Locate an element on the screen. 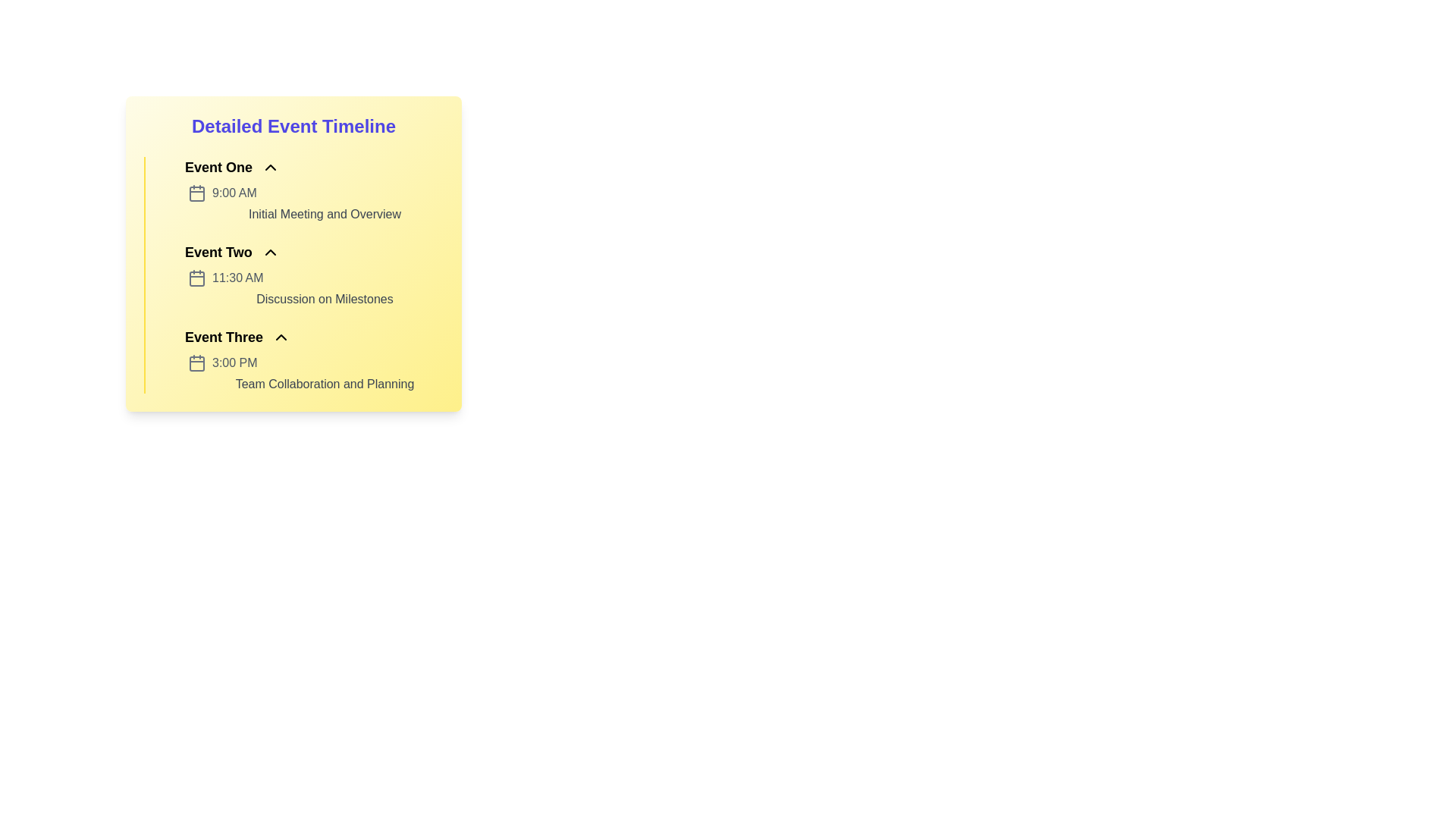 The height and width of the screenshot is (819, 1456). the icon of the scheduled event list item located in the 'Detailed Event Timeline' section, which displays details about the event including its title, time, and description is located at coordinates (303, 359).